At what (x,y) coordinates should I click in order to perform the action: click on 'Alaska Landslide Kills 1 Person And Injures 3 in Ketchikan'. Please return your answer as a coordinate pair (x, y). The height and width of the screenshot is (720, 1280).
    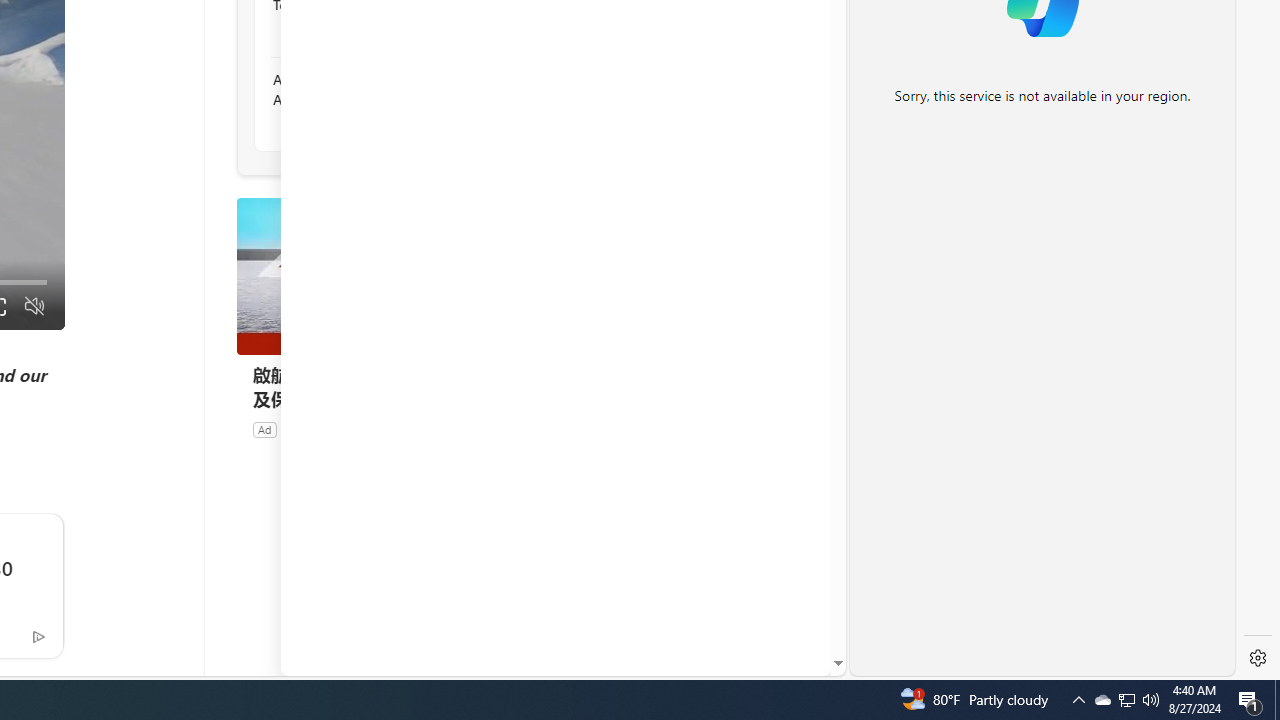
    Looking at the image, I should click on (381, 88).